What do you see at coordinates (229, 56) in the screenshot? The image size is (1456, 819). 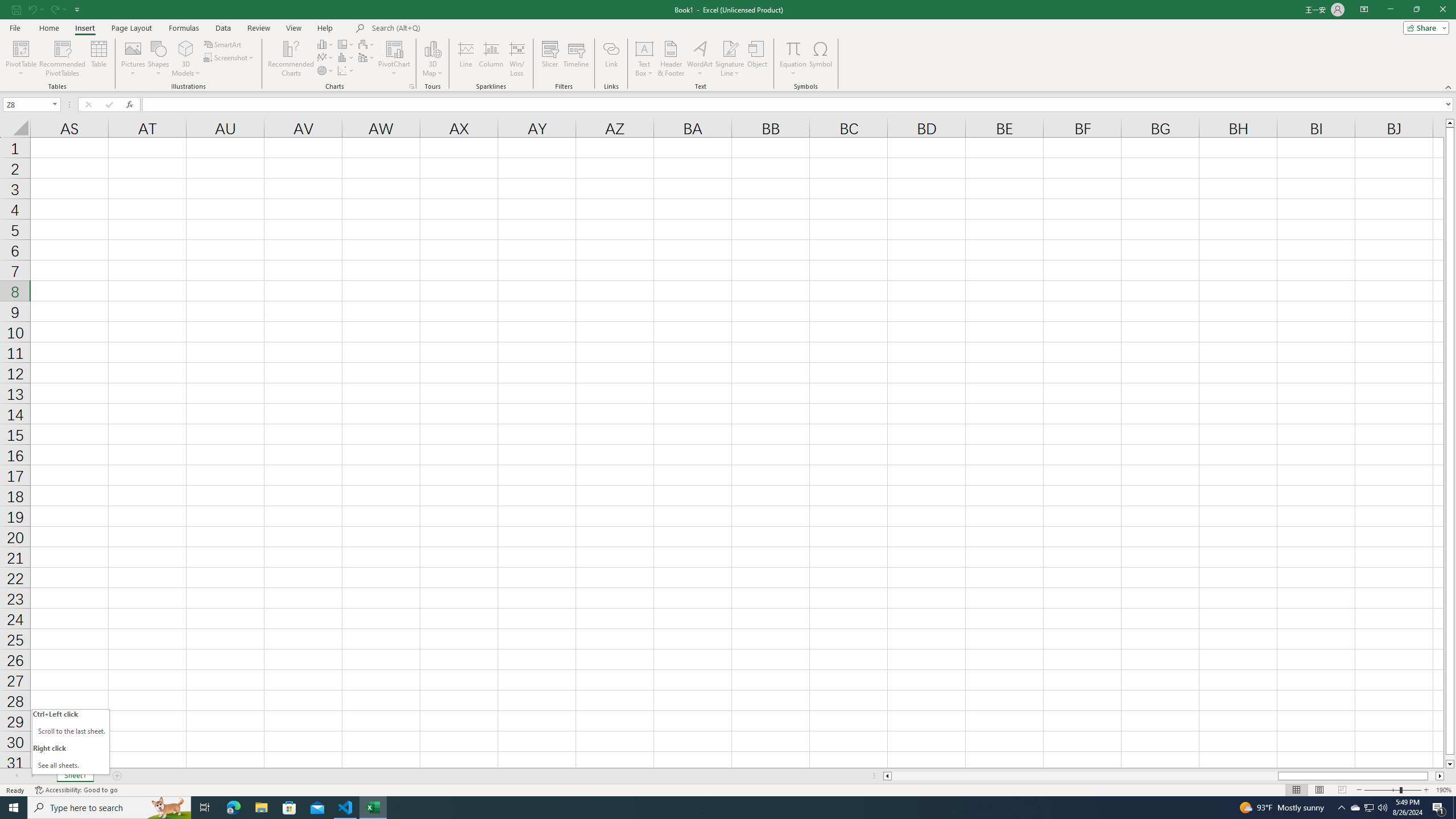 I see `'Screenshot'` at bounding box center [229, 56].